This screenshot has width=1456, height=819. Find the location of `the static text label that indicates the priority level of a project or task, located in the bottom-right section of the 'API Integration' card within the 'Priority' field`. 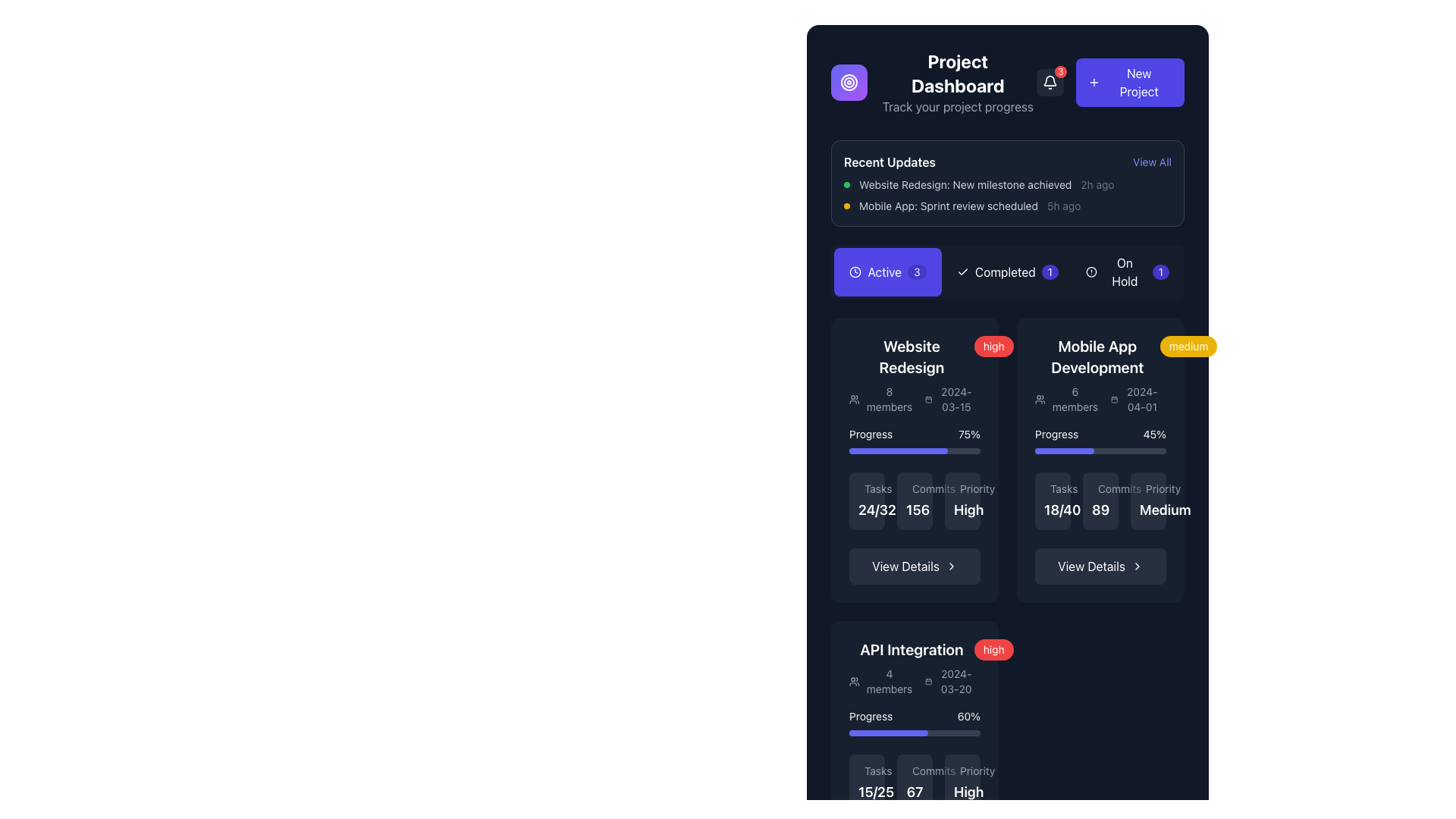

the static text label that indicates the priority level of a project or task, located in the bottom-right section of the 'API Integration' card within the 'Priority' field is located at coordinates (962, 783).